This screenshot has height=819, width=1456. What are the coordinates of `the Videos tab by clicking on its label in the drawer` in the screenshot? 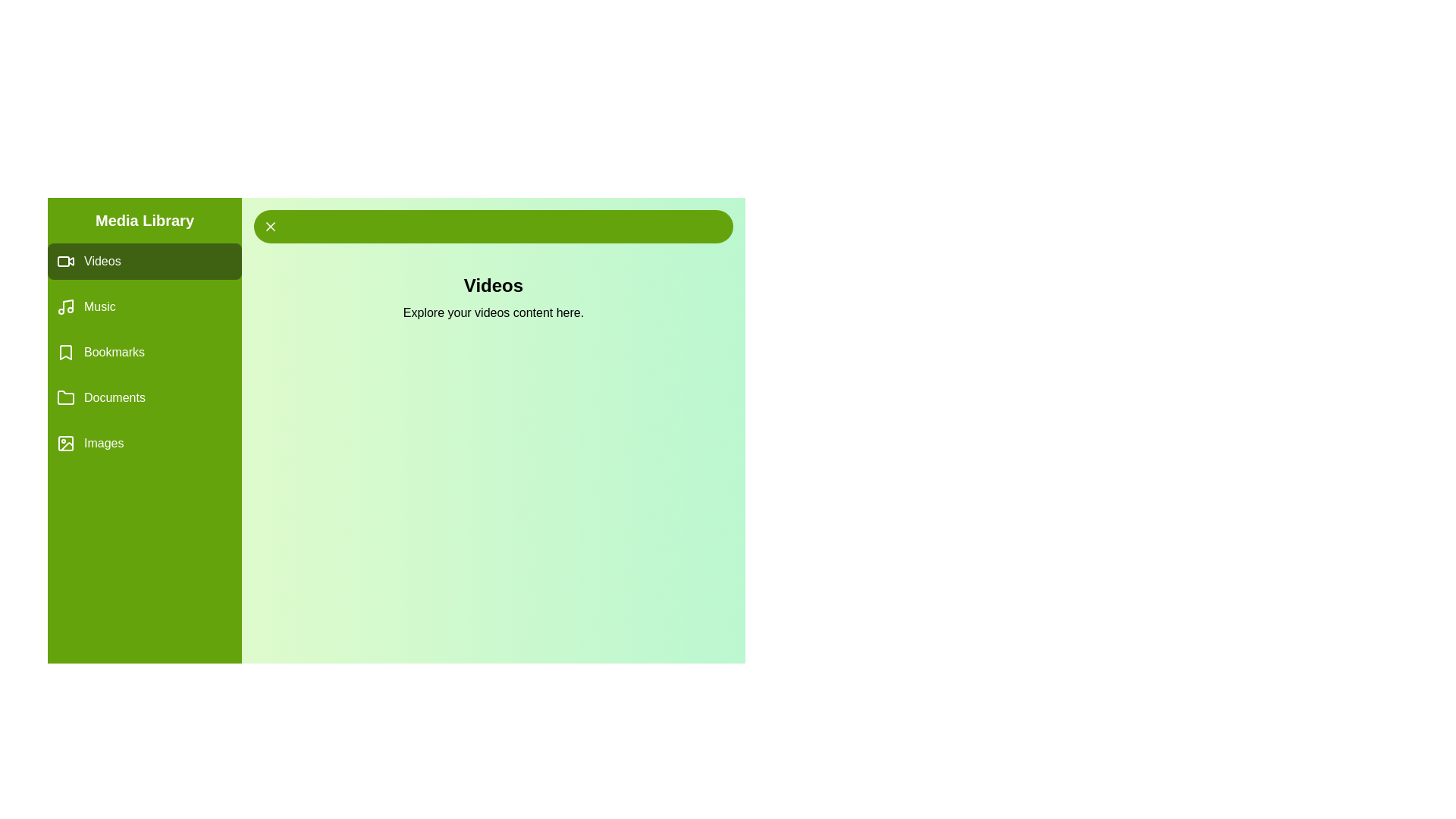 It's located at (145, 260).